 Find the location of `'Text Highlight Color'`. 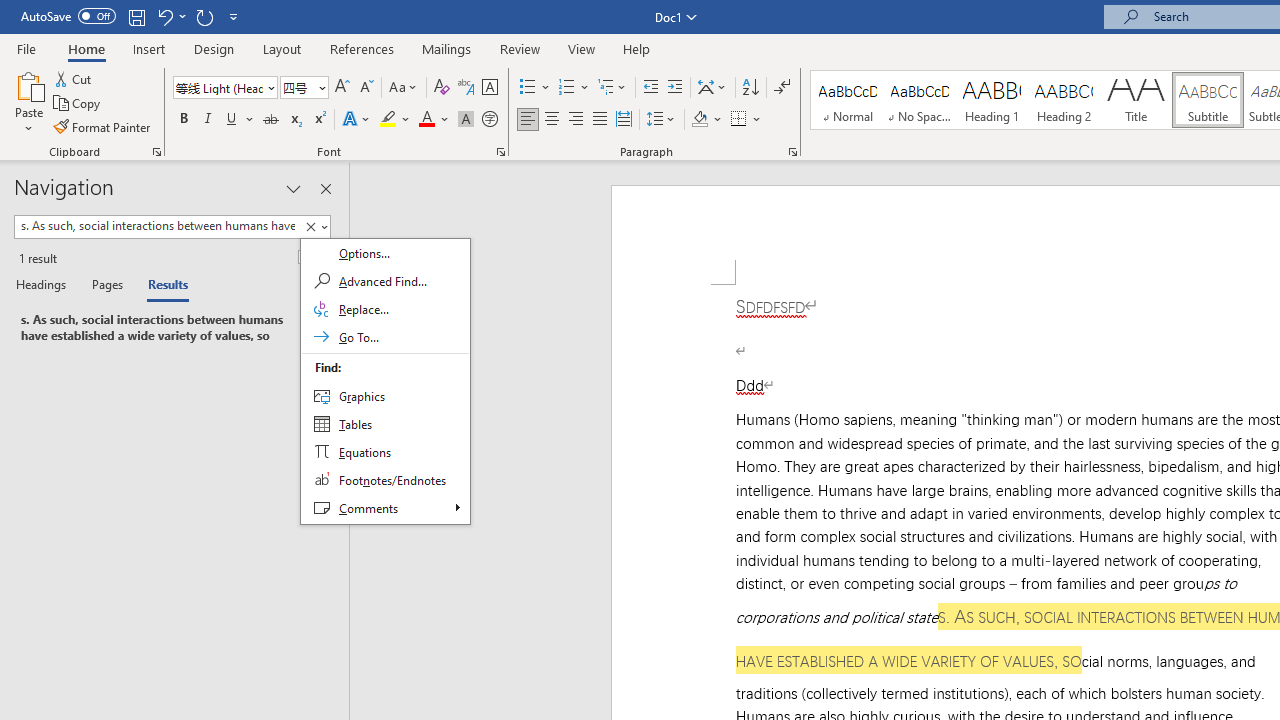

'Text Highlight Color' is located at coordinates (395, 119).